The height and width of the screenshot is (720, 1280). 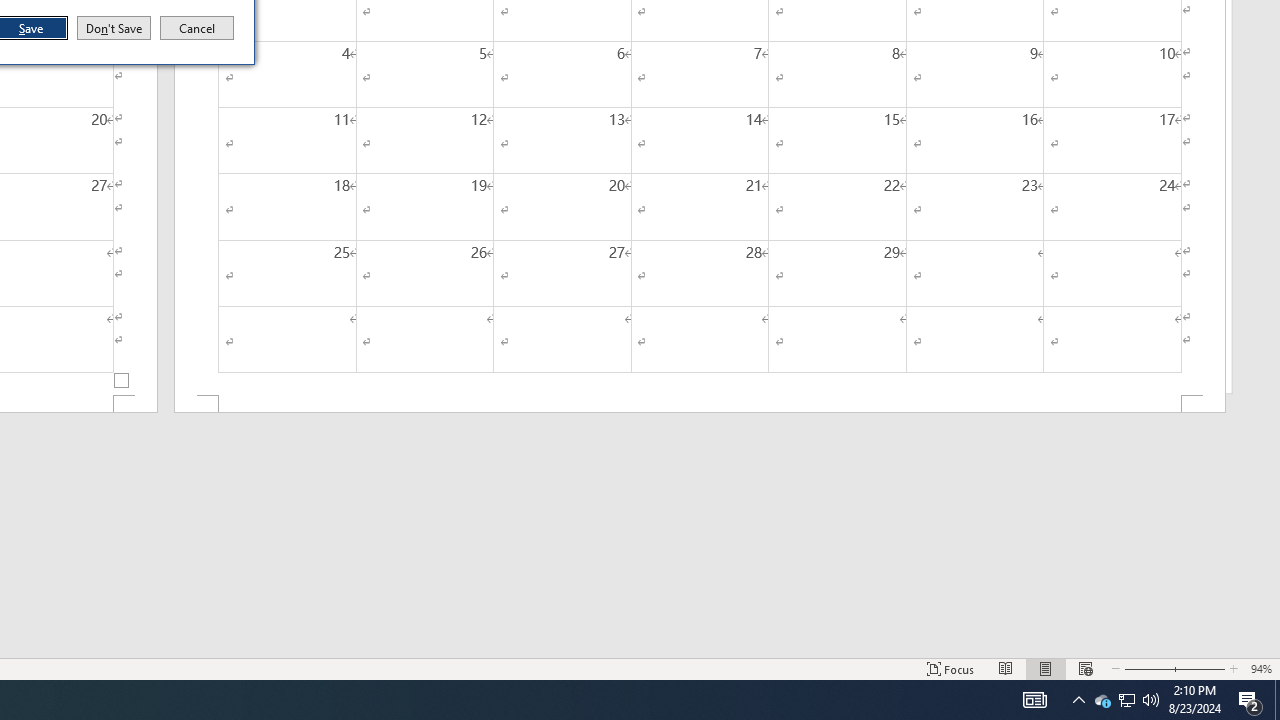 What do you see at coordinates (1250, 698) in the screenshot?
I see `'Action Center, 2 new notifications'` at bounding box center [1250, 698].